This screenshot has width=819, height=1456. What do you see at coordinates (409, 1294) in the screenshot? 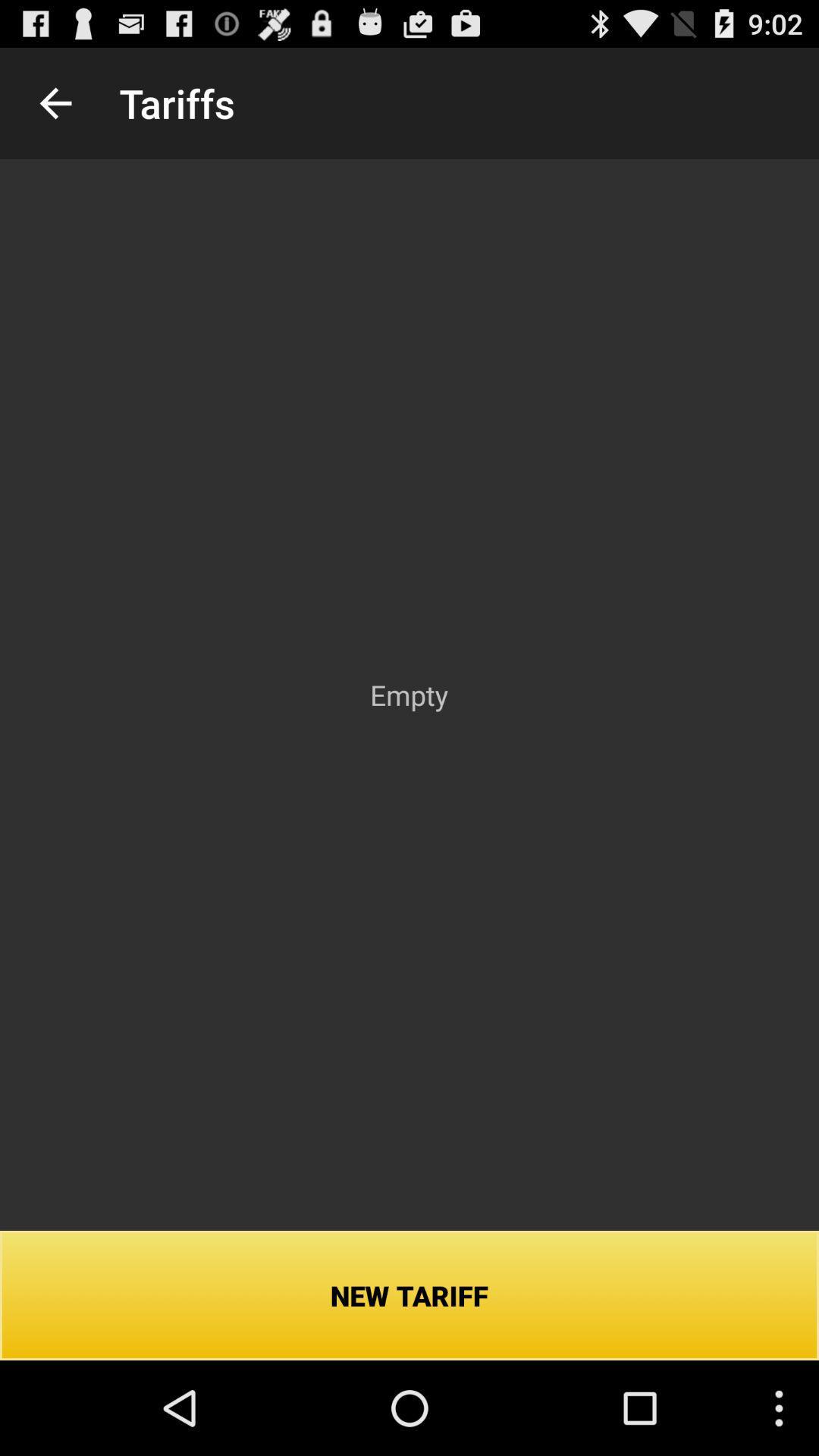
I see `new tariff item` at bounding box center [409, 1294].